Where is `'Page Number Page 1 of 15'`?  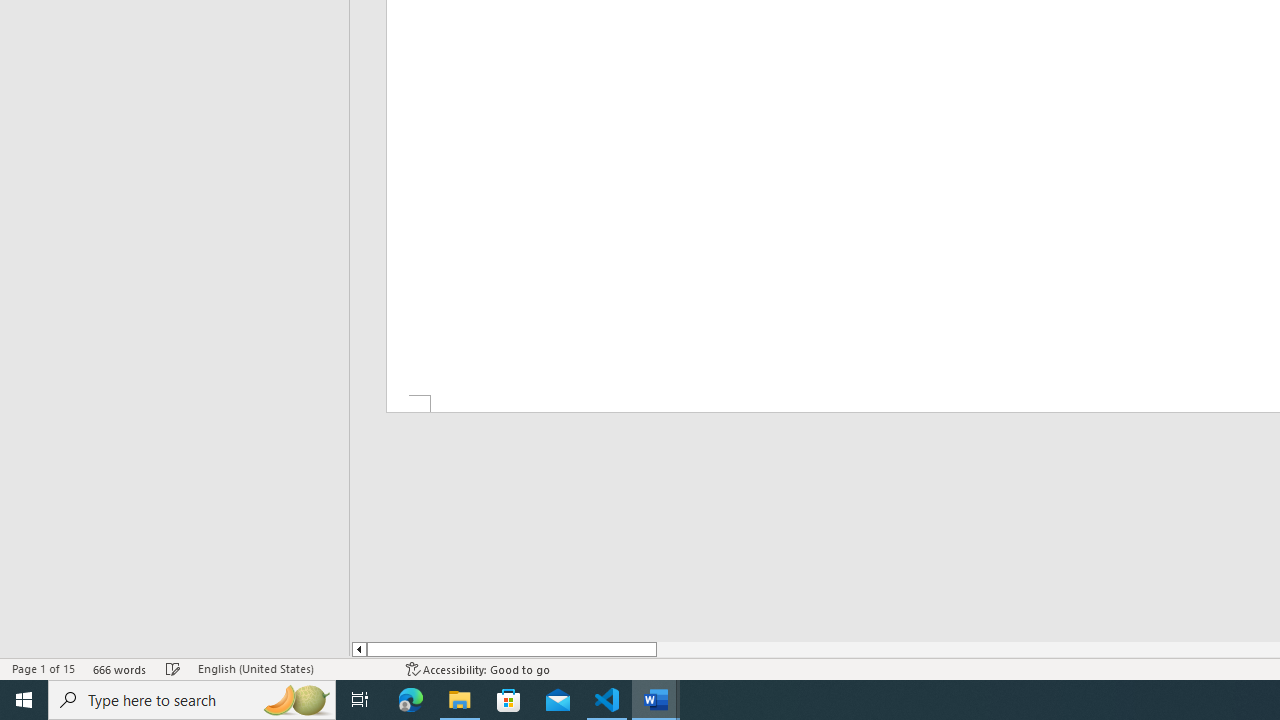 'Page Number Page 1 of 15' is located at coordinates (43, 669).